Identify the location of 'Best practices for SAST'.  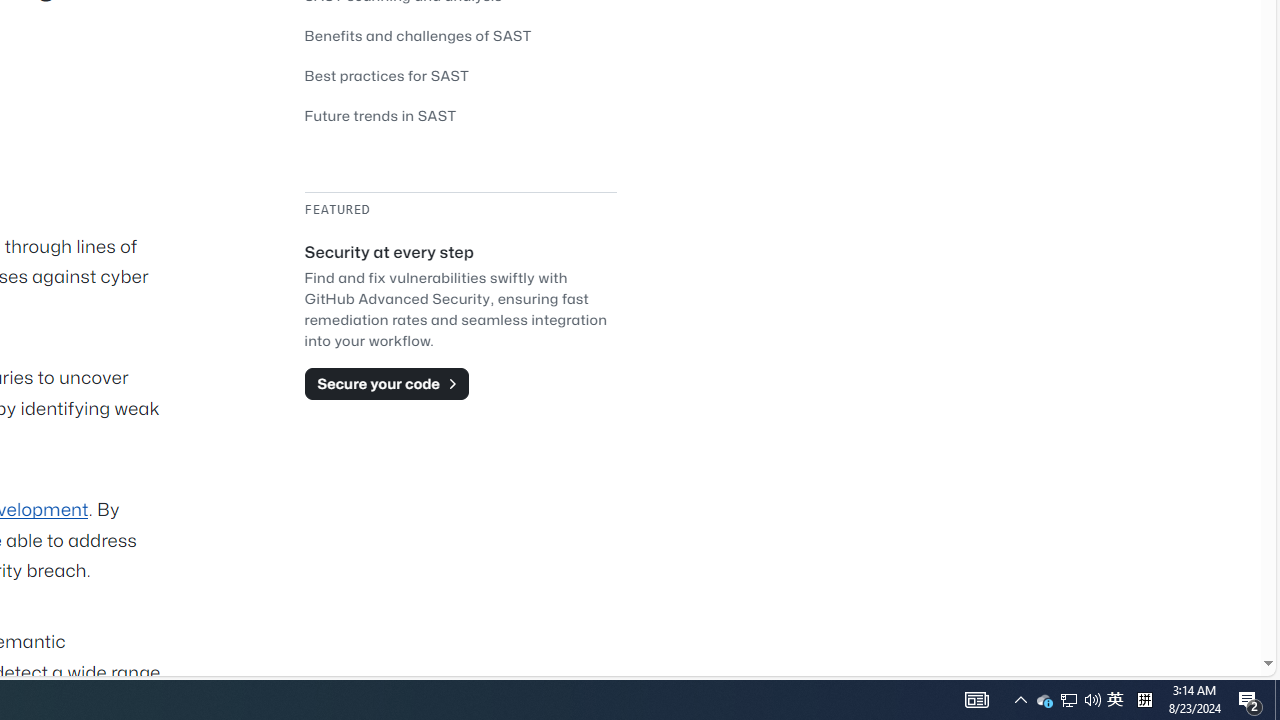
(459, 74).